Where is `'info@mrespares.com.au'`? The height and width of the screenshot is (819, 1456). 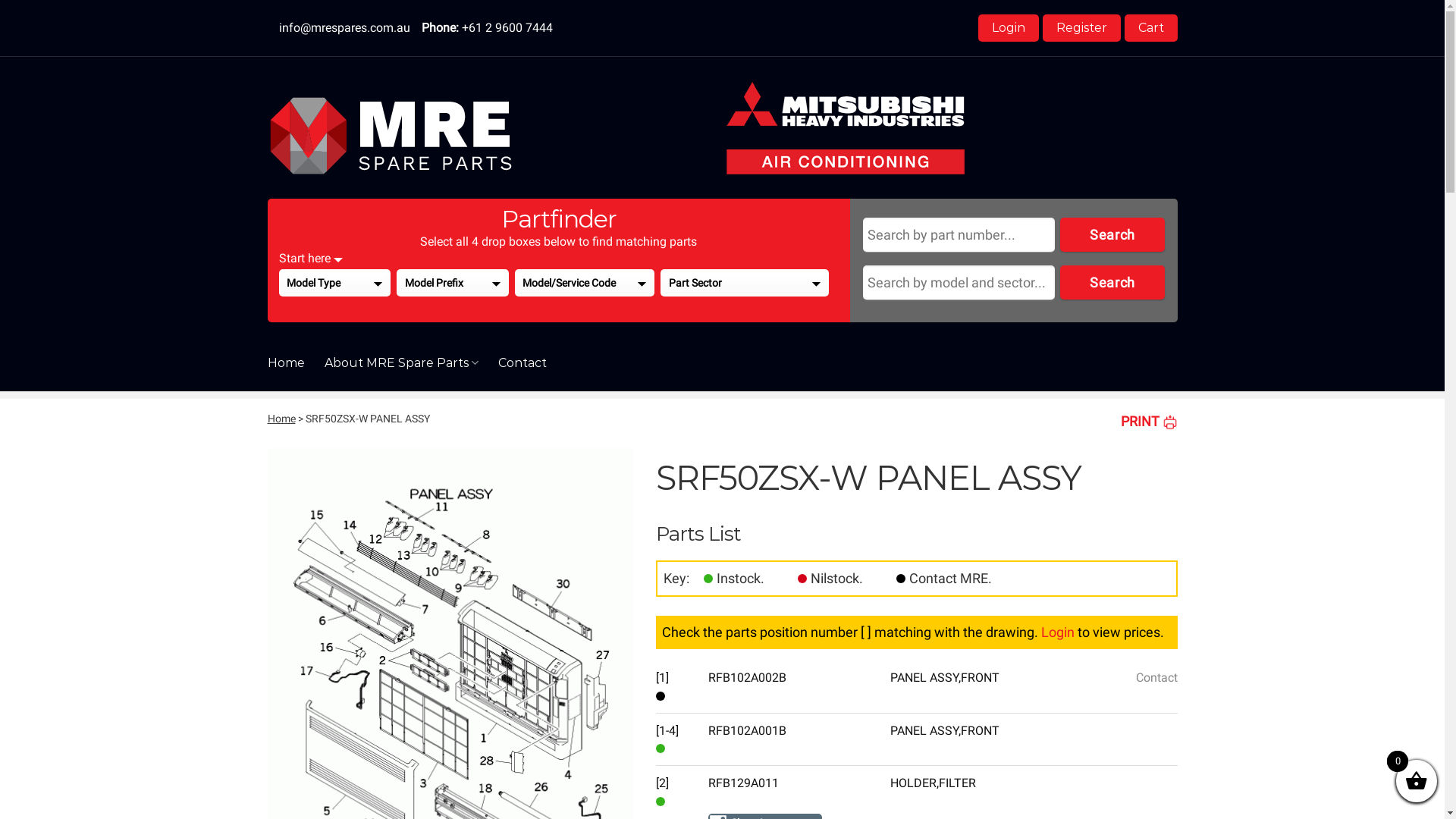 'info@mrespares.com.au' is located at coordinates (344, 27).